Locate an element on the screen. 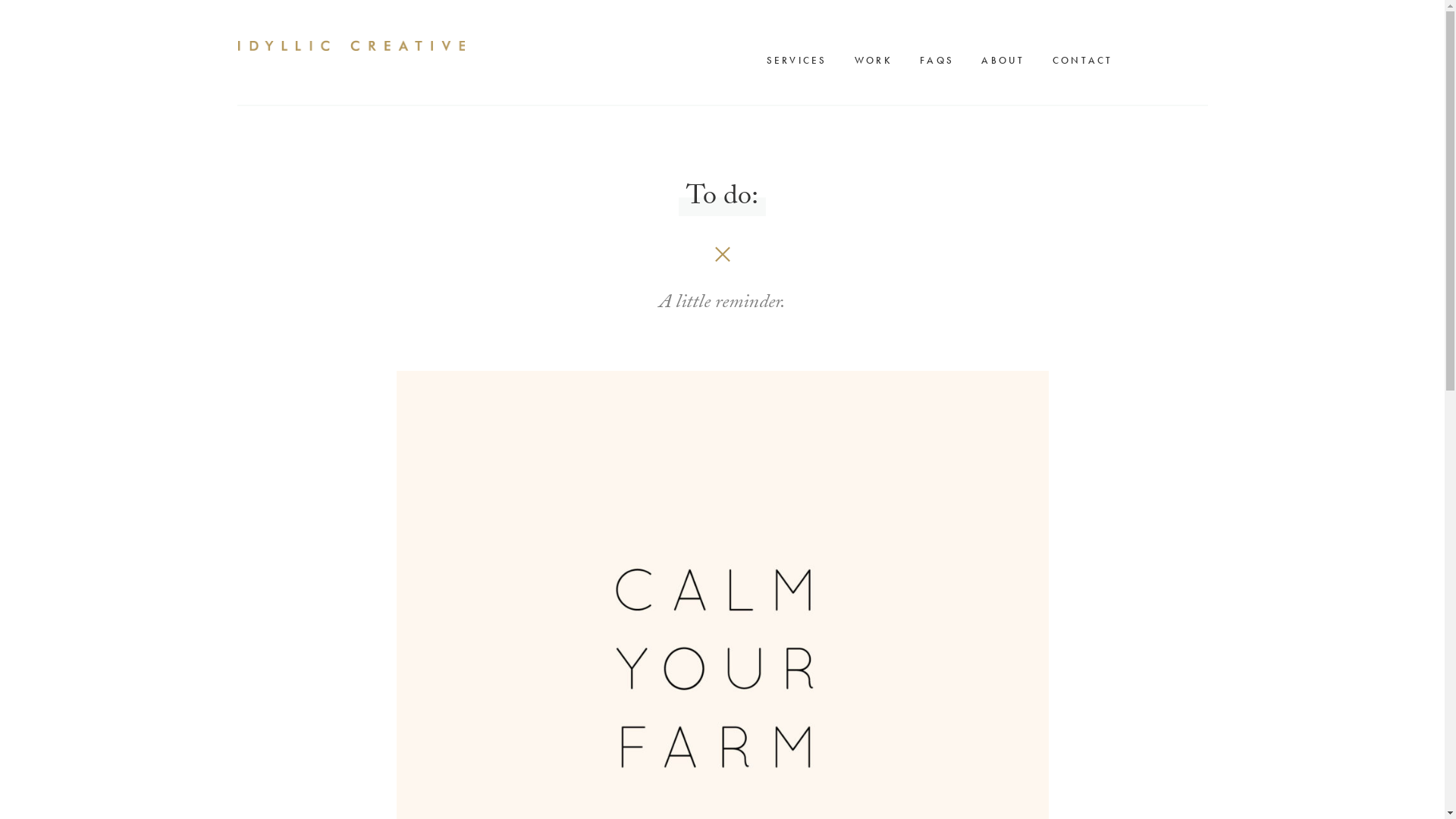 Image resolution: width=1456 pixels, height=819 pixels. 'CONTACT' is located at coordinates (1086, 59).